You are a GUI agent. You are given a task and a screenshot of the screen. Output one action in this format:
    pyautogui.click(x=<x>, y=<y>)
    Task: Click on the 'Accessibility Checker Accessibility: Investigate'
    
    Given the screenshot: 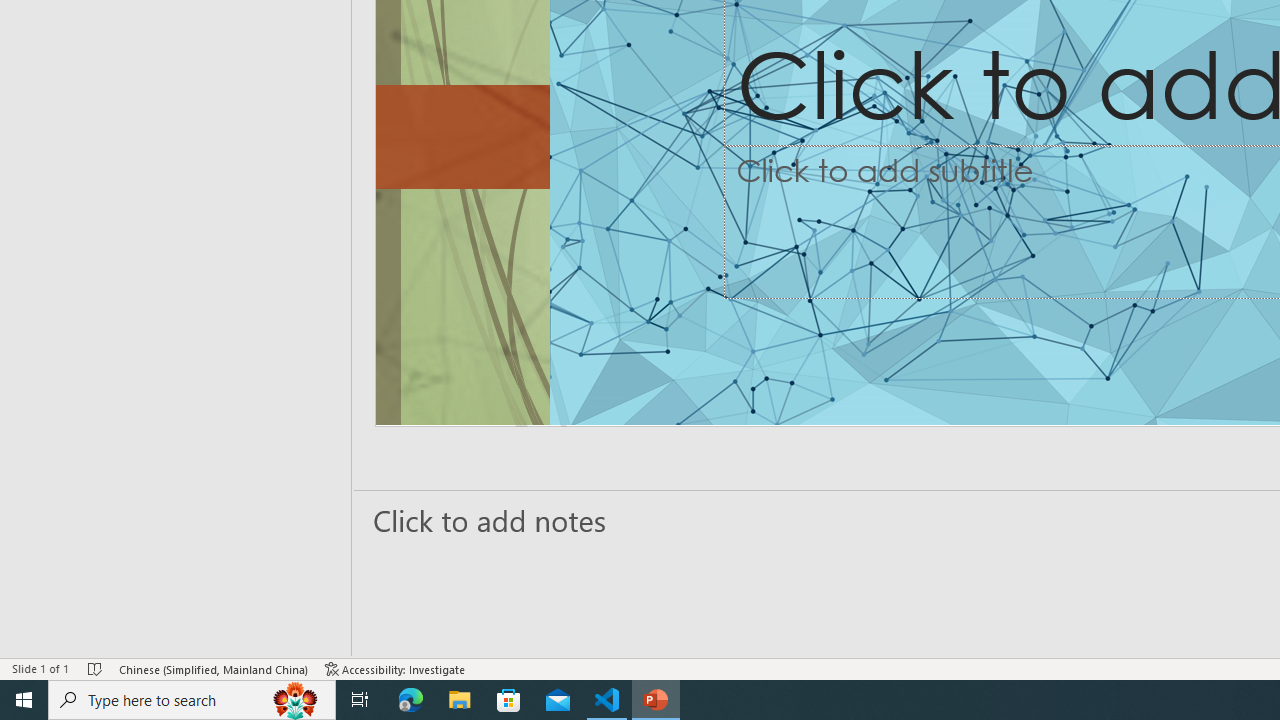 What is the action you would take?
    pyautogui.click(x=395, y=669)
    